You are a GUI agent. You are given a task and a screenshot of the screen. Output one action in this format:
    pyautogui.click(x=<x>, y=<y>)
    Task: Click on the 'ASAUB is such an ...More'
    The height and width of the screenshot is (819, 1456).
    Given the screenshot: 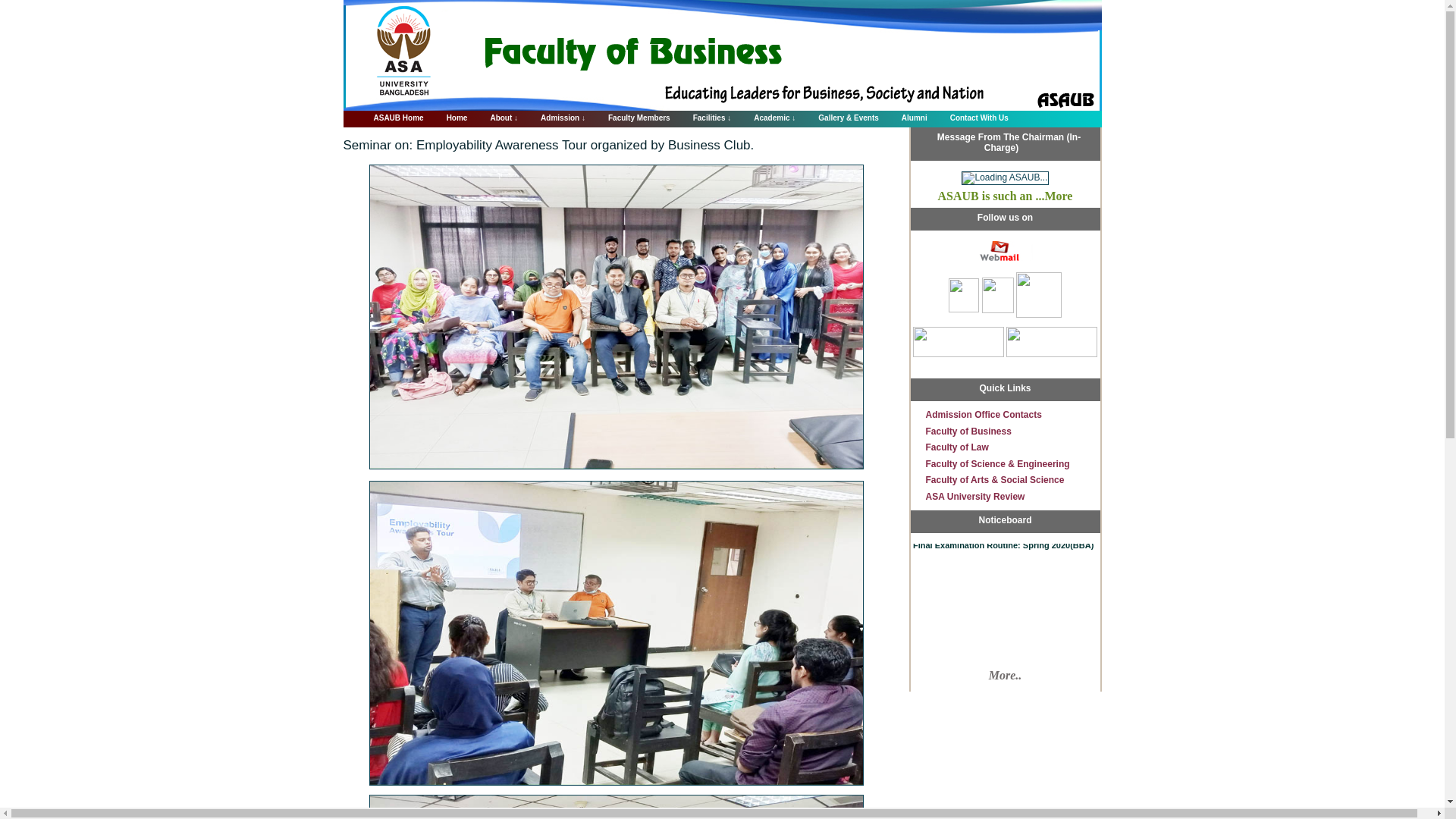 What is the action you would take?
    pyautogui.click(x=1005, y=195)
    